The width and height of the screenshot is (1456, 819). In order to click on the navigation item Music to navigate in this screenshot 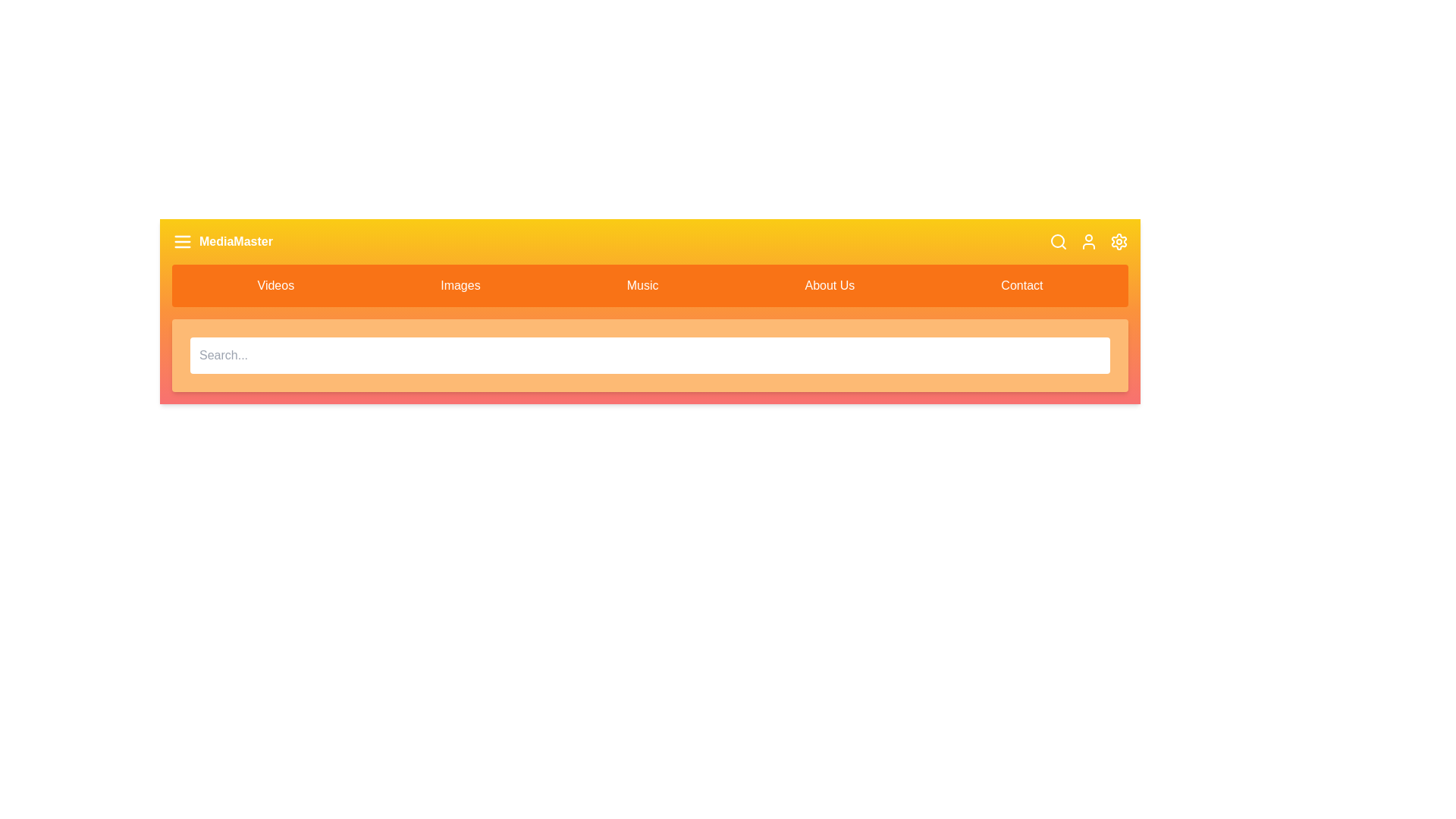, I will do `click(642, 286)`.